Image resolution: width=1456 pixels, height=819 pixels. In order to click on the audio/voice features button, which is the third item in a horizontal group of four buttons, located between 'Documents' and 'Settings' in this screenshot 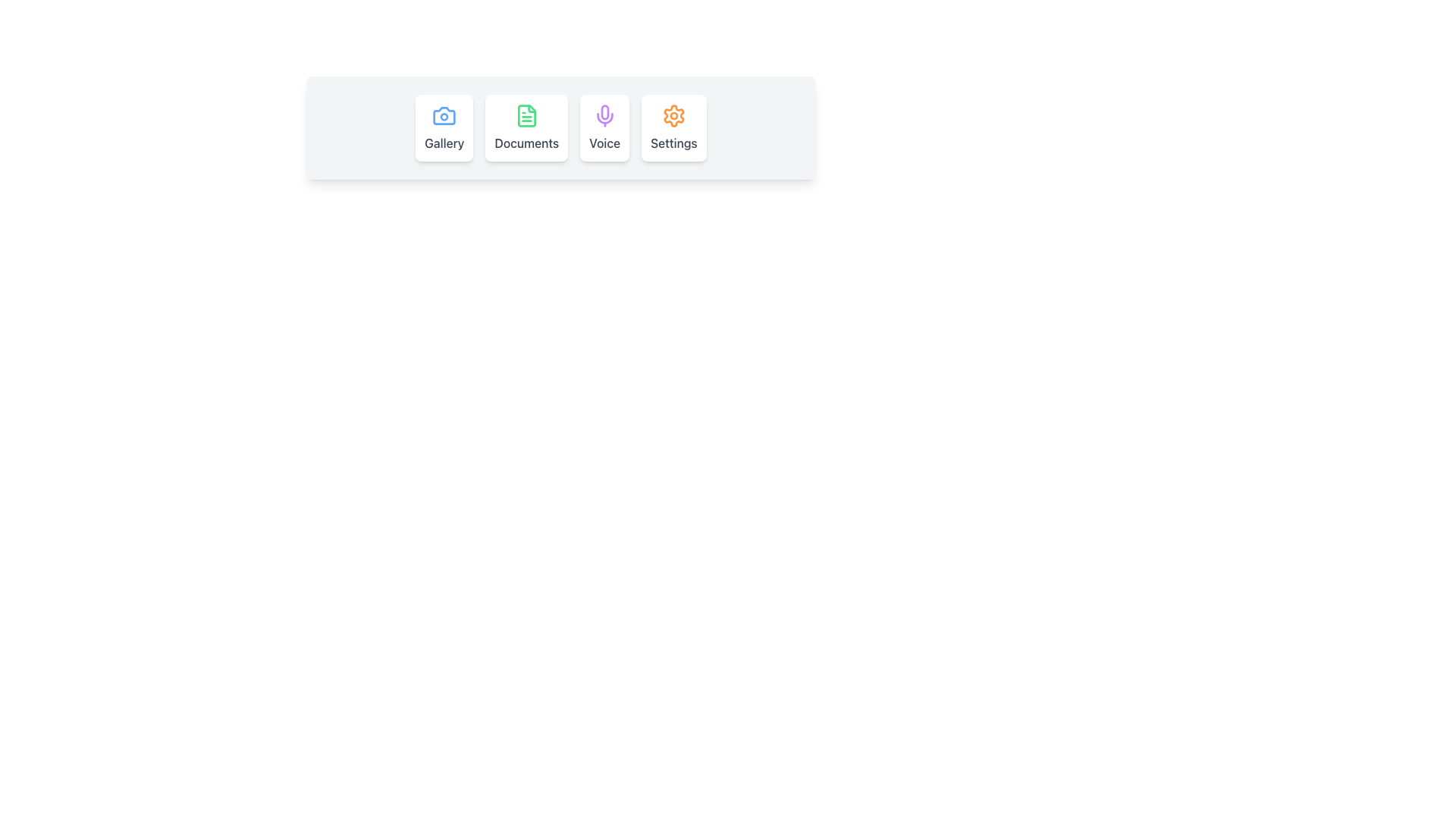, I will do `click(604, 127)`.